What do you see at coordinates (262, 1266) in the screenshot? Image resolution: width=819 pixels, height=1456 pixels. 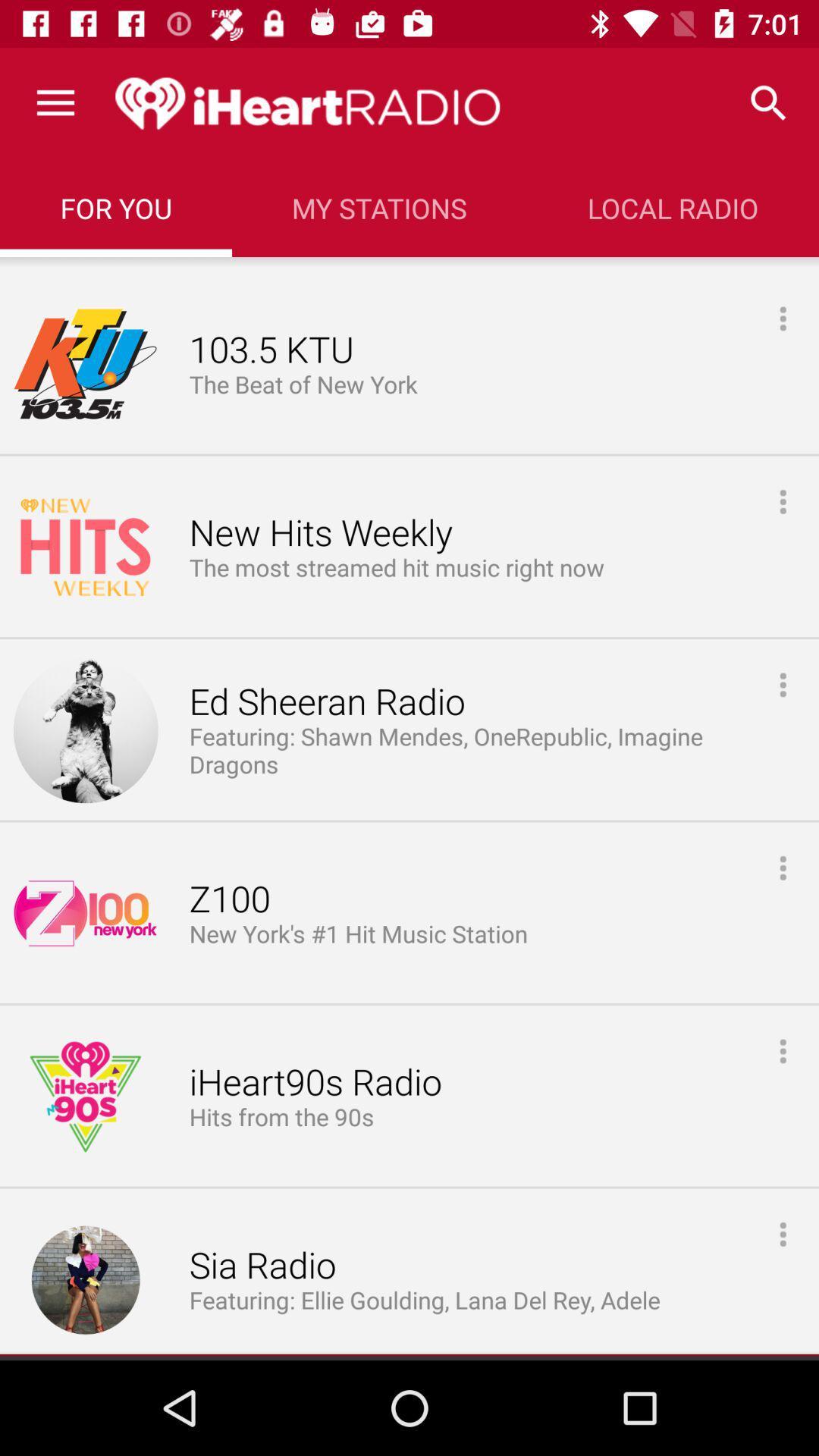 I see `the sia radio icon` at bounding box center [262, 1266].